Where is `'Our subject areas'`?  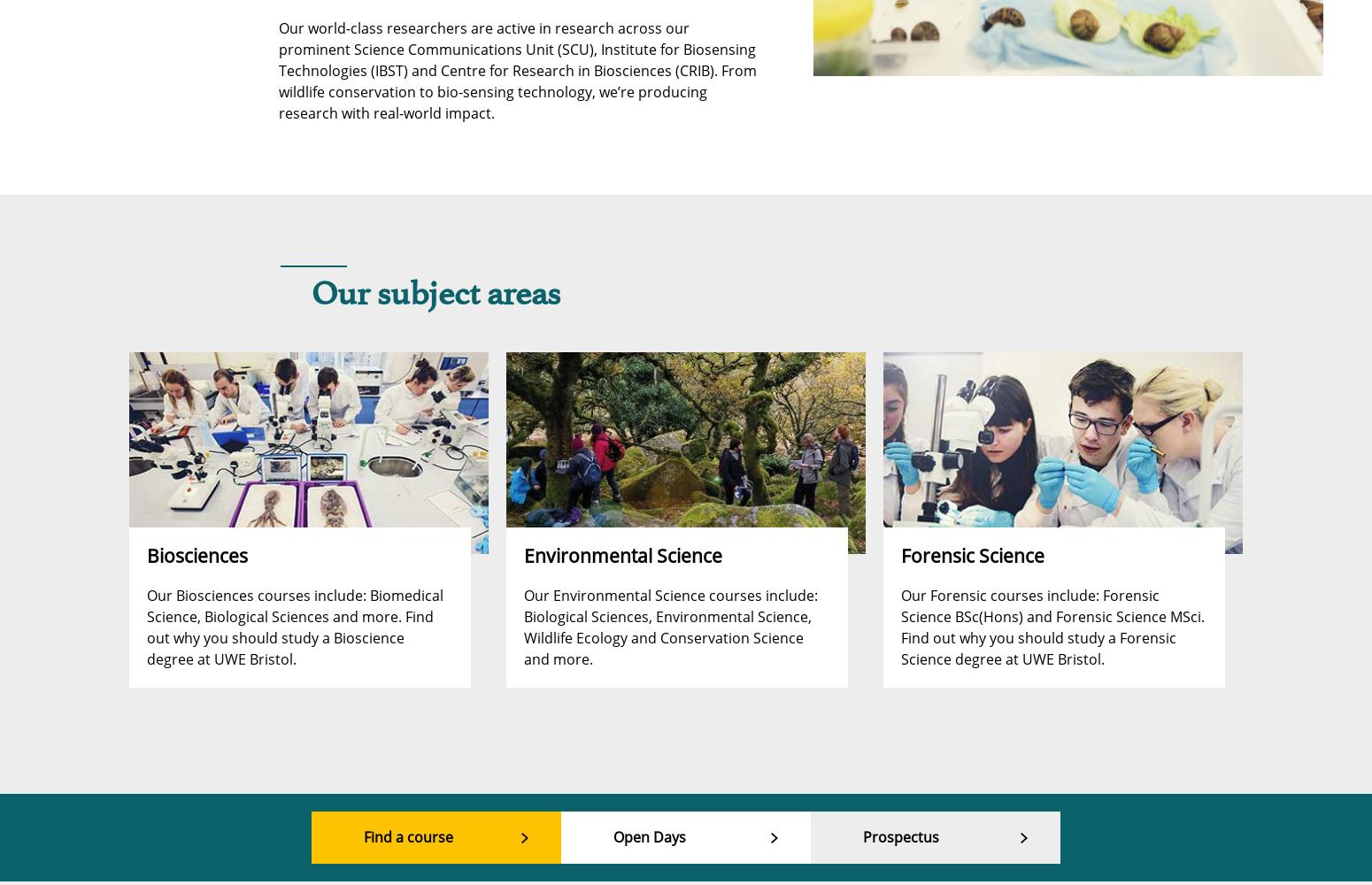
'Our subject areas' is located at coordinates (310, 295).